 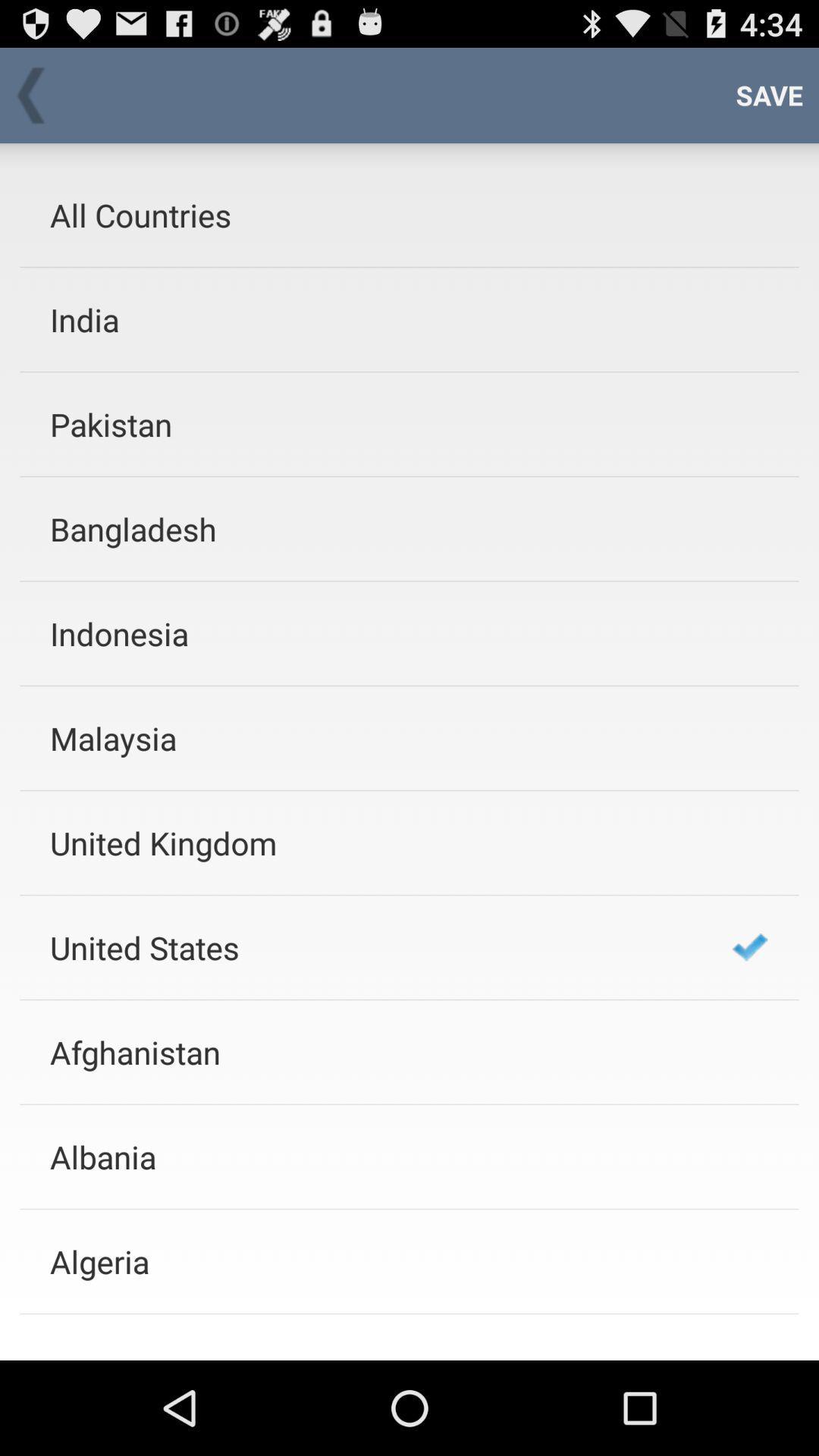 What do you see at coordinates (371, 738) in the screenshot?
I see `the item above the united kingdom` at bounding box center [371, 738].